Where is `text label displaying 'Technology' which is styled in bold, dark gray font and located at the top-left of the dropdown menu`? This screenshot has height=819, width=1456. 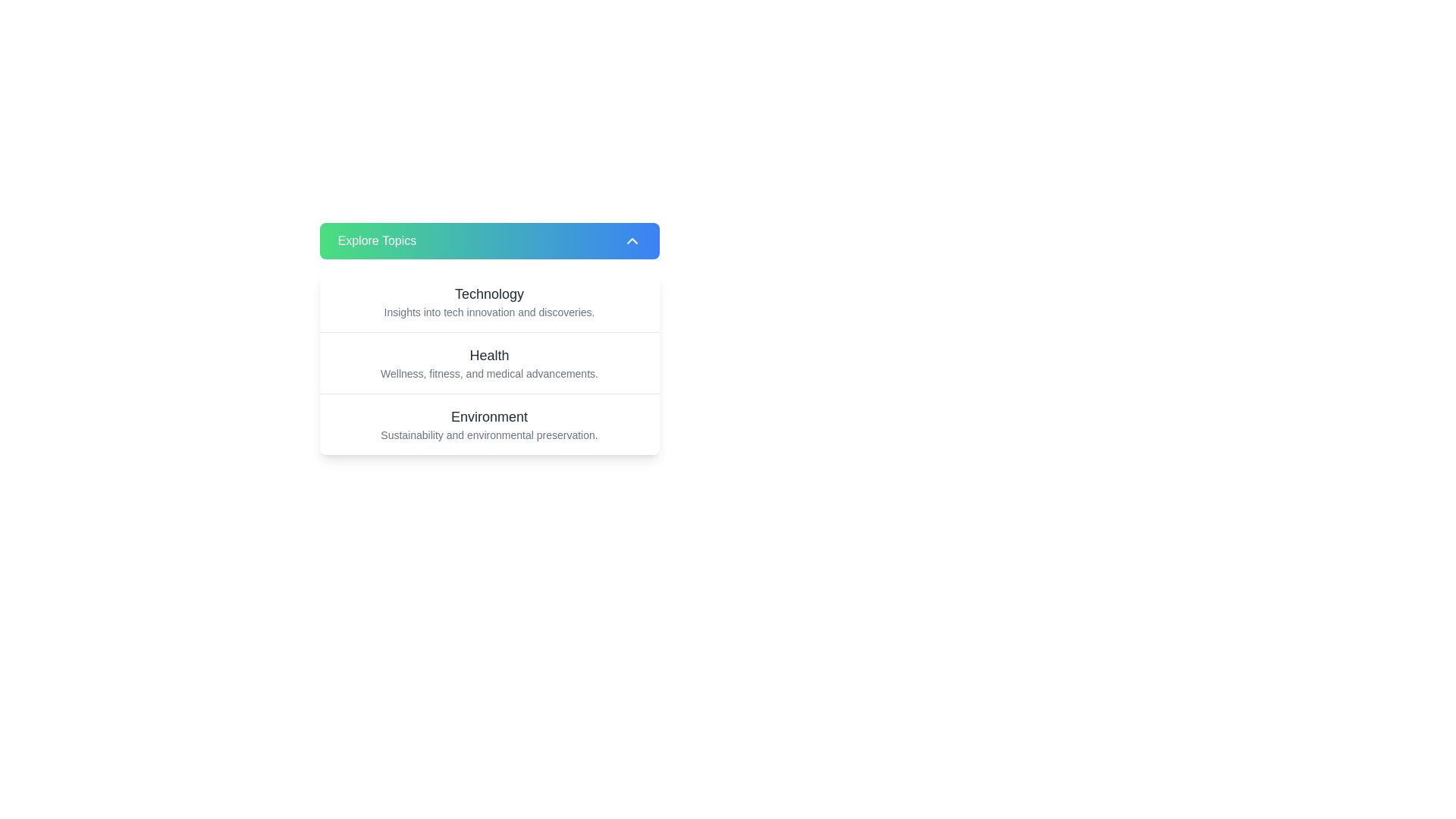 text label displaying 'Technology' which is styled in bold, dark gray font and located at the top-left of the dropdown menu is located at coordinates (489, 294).